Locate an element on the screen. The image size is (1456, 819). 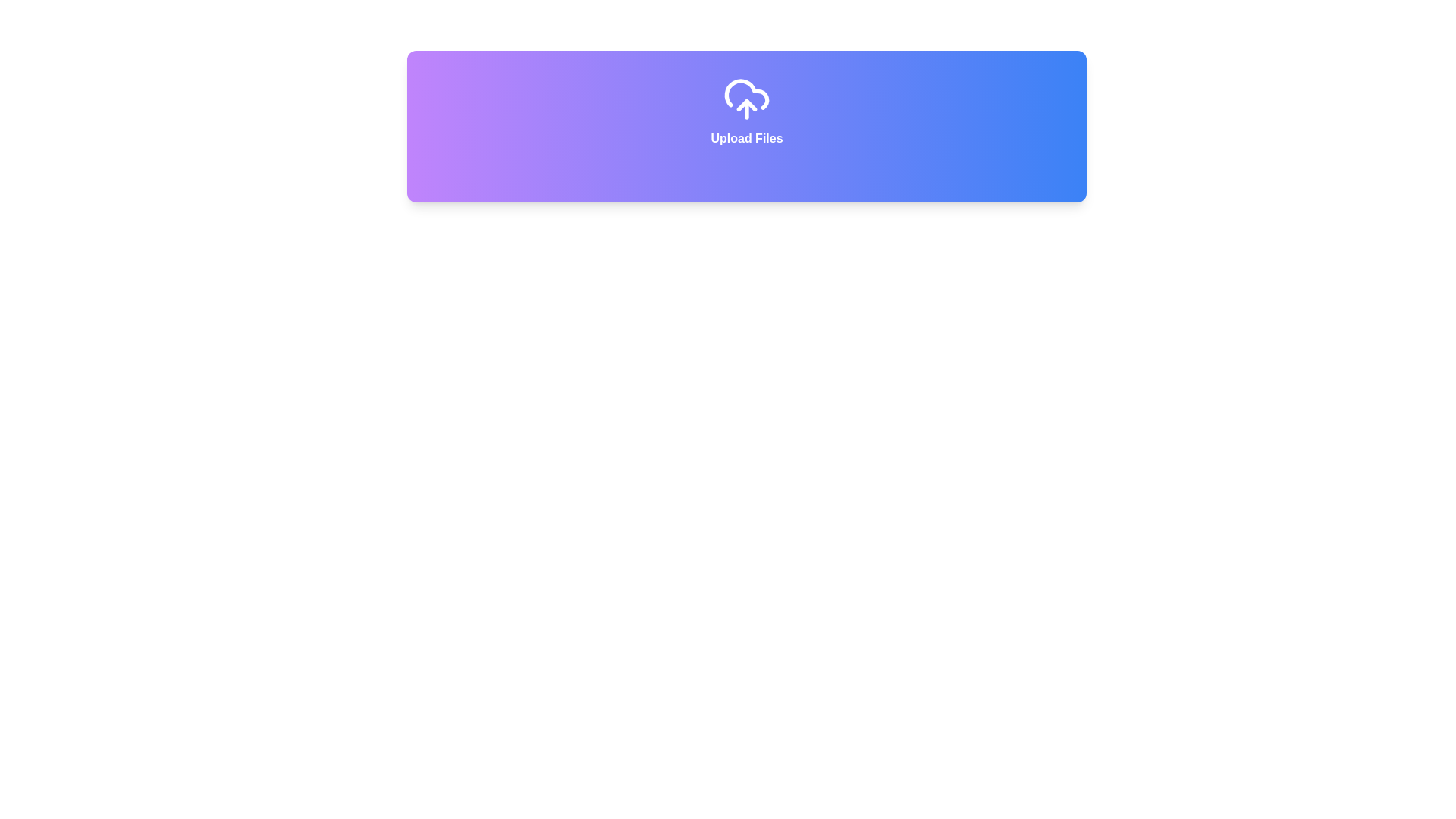
the cloud icon which symbolizes actions related to cloud storage or file uploading, positioned above the 'Upload Files' text label is located at coordinates (746, 94).